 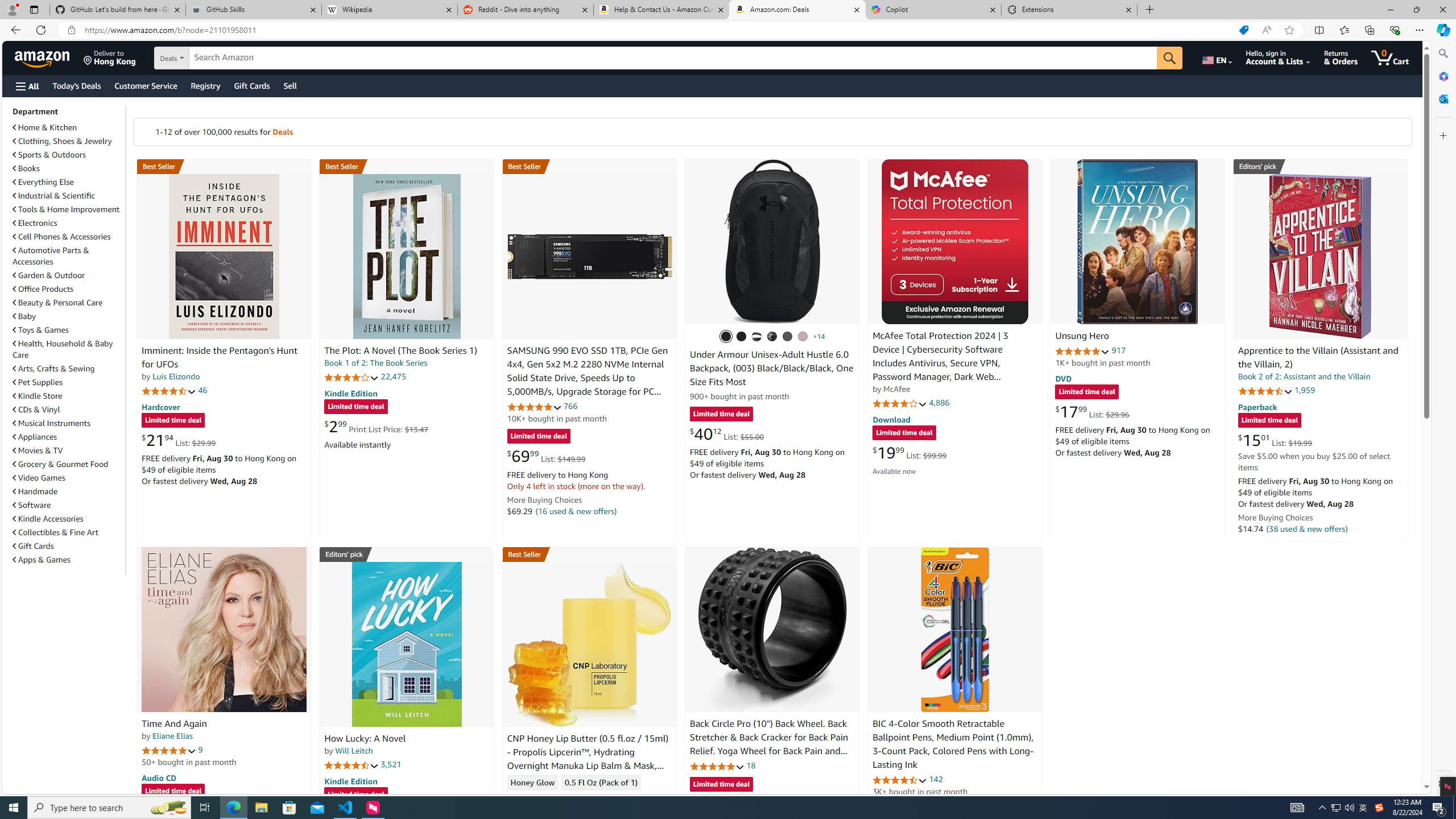 What do you see at coordinates (67, 316) in the screenshot?
I see `'Baby'` at bounding box center [67, 316].